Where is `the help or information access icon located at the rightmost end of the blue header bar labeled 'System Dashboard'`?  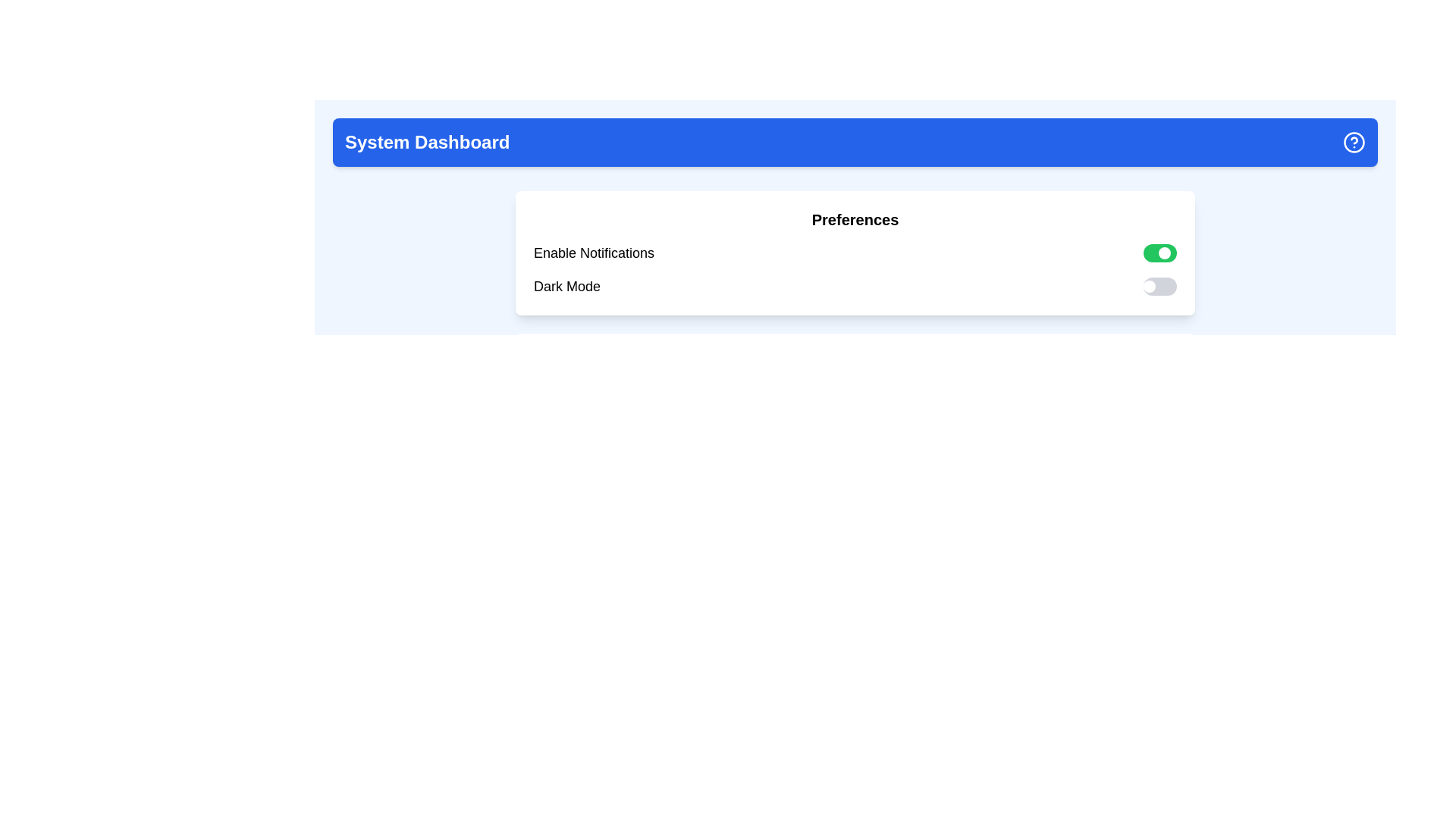 the help or information access icon located at the rightmost end of the blue header bar labeled 'System Dashboard' is located at coordinates (1354, 143).